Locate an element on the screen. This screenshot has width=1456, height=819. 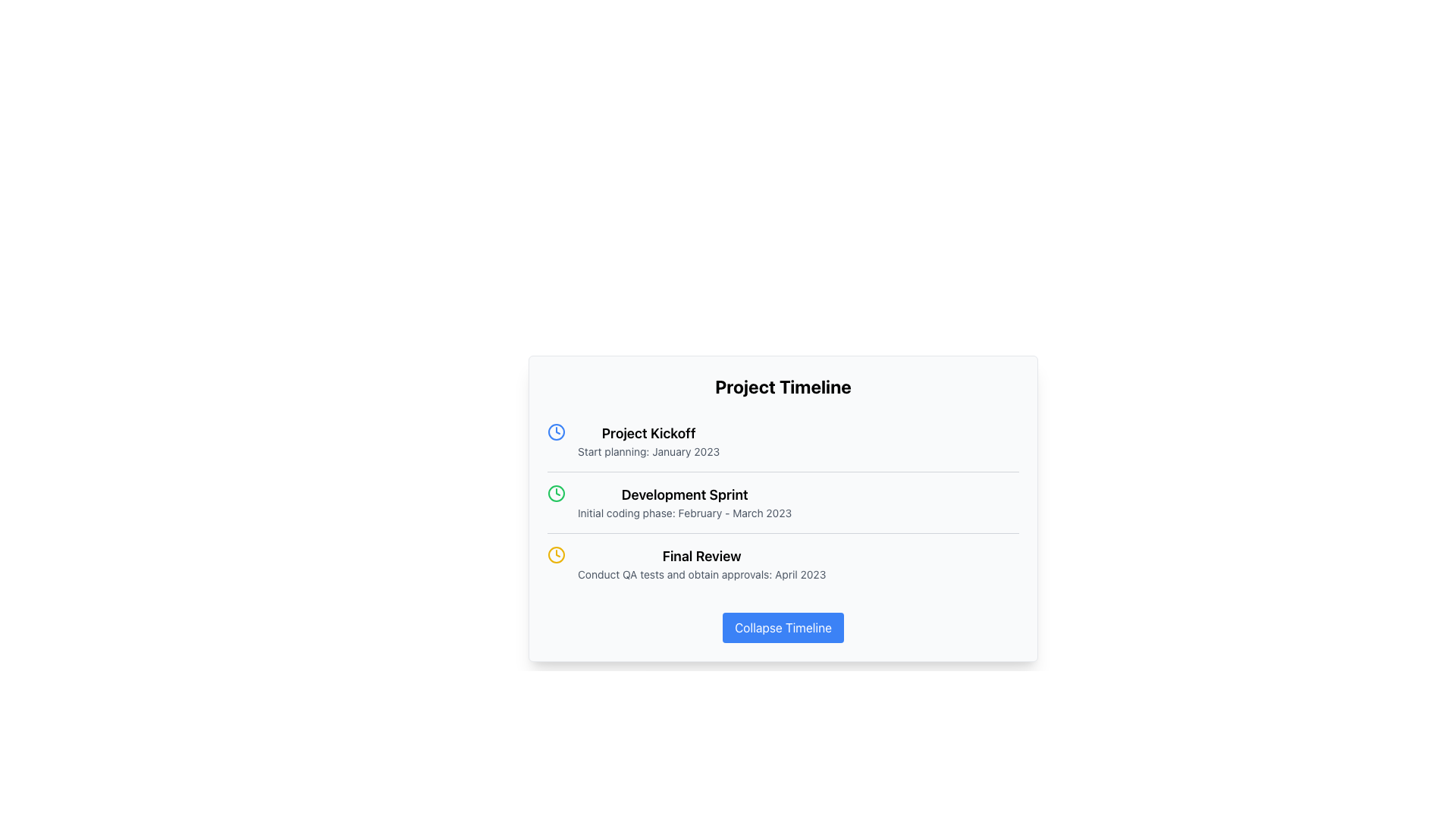
displayed text for the 'Development Sprint' phase of the project, which is the second item in the vertical timeline layout is located at coordinates (684, 503).